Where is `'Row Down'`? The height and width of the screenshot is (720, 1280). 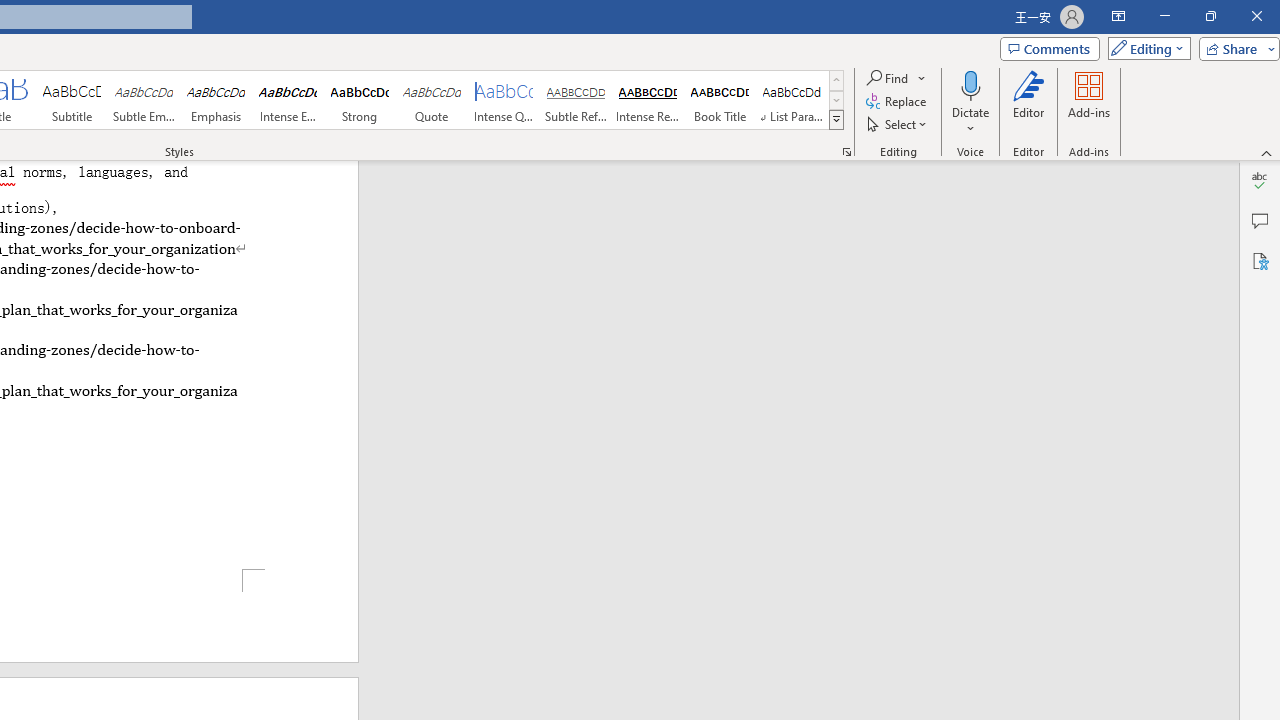 'Row Down' is located at coordinates (836, 100).